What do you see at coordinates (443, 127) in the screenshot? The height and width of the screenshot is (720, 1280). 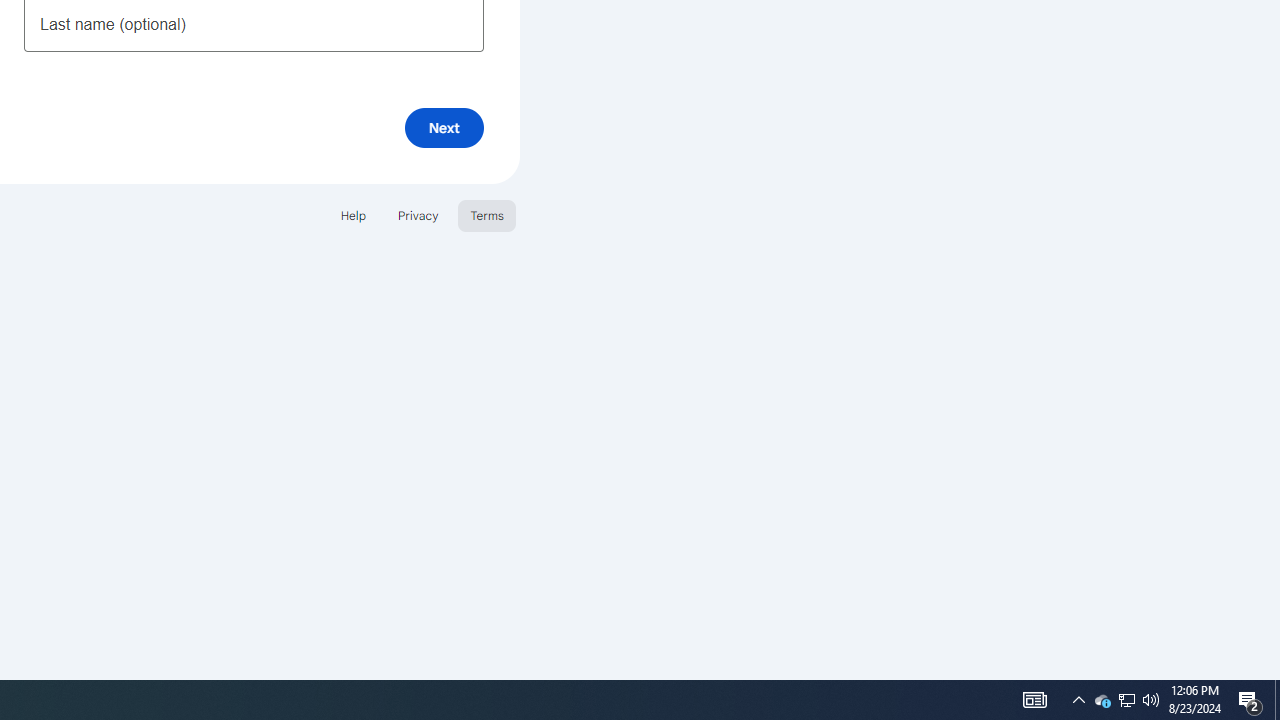 I see `'Next'` at bounding box center [443, 127].